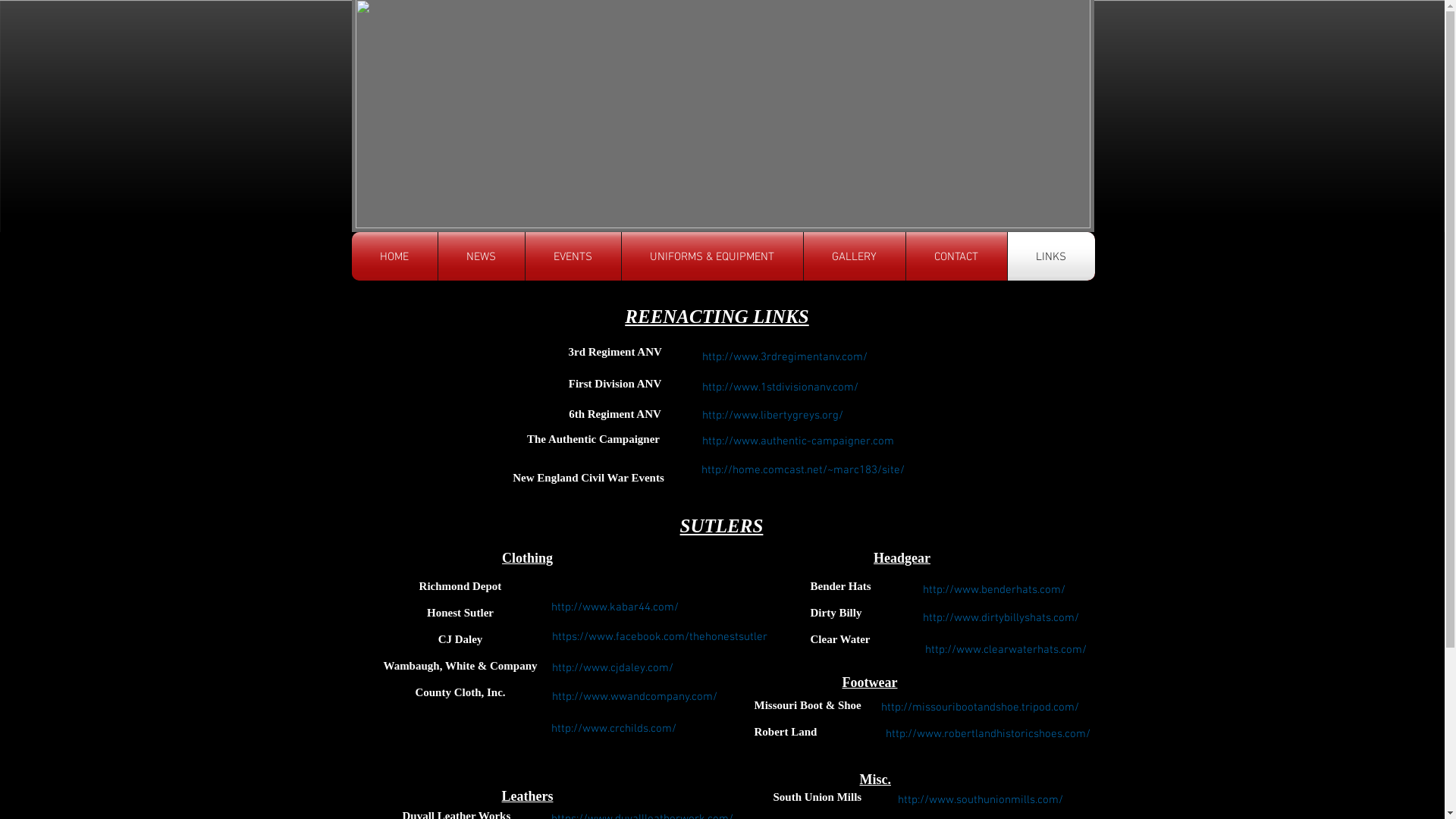  I want to click on 'UNIFORMS & EQUIPMENT', so click(711, 256).